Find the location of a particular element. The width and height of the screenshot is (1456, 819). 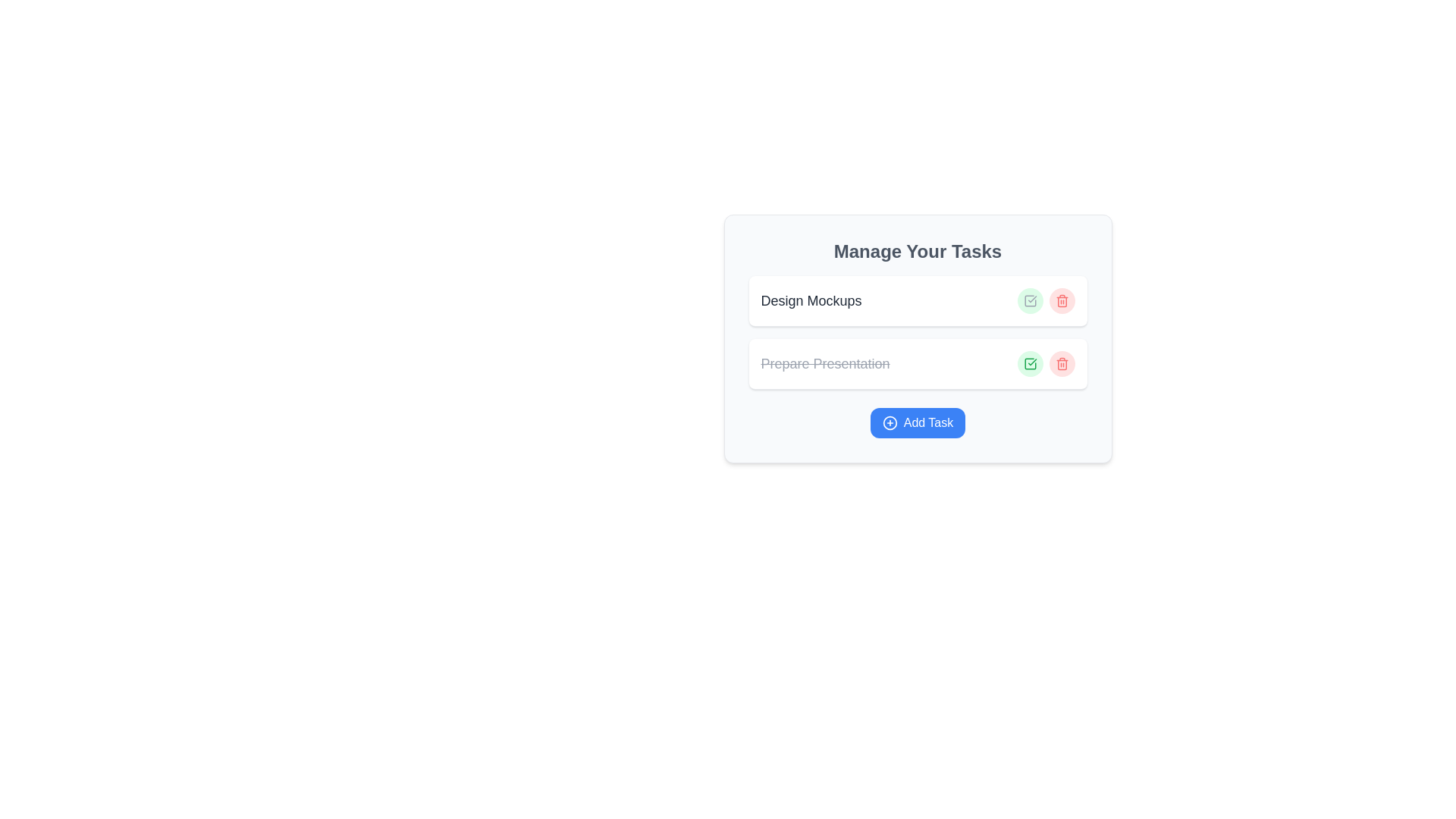

the green check button on the right side of the completed task 'Prepare Presentation' to mark it as incomplete is located at coordinates (917, 364).